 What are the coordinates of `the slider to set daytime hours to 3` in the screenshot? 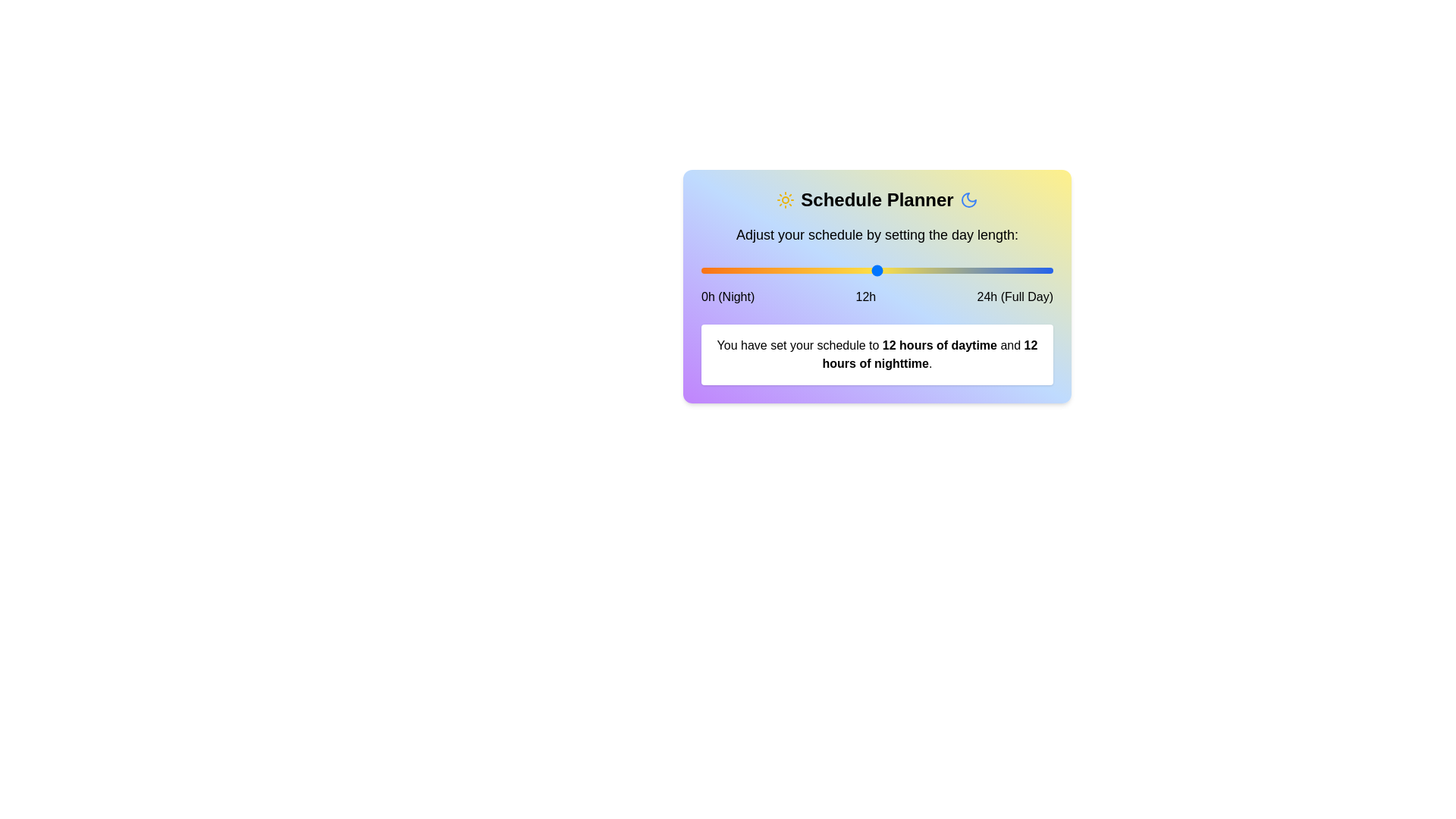 It's located at (745, 270).